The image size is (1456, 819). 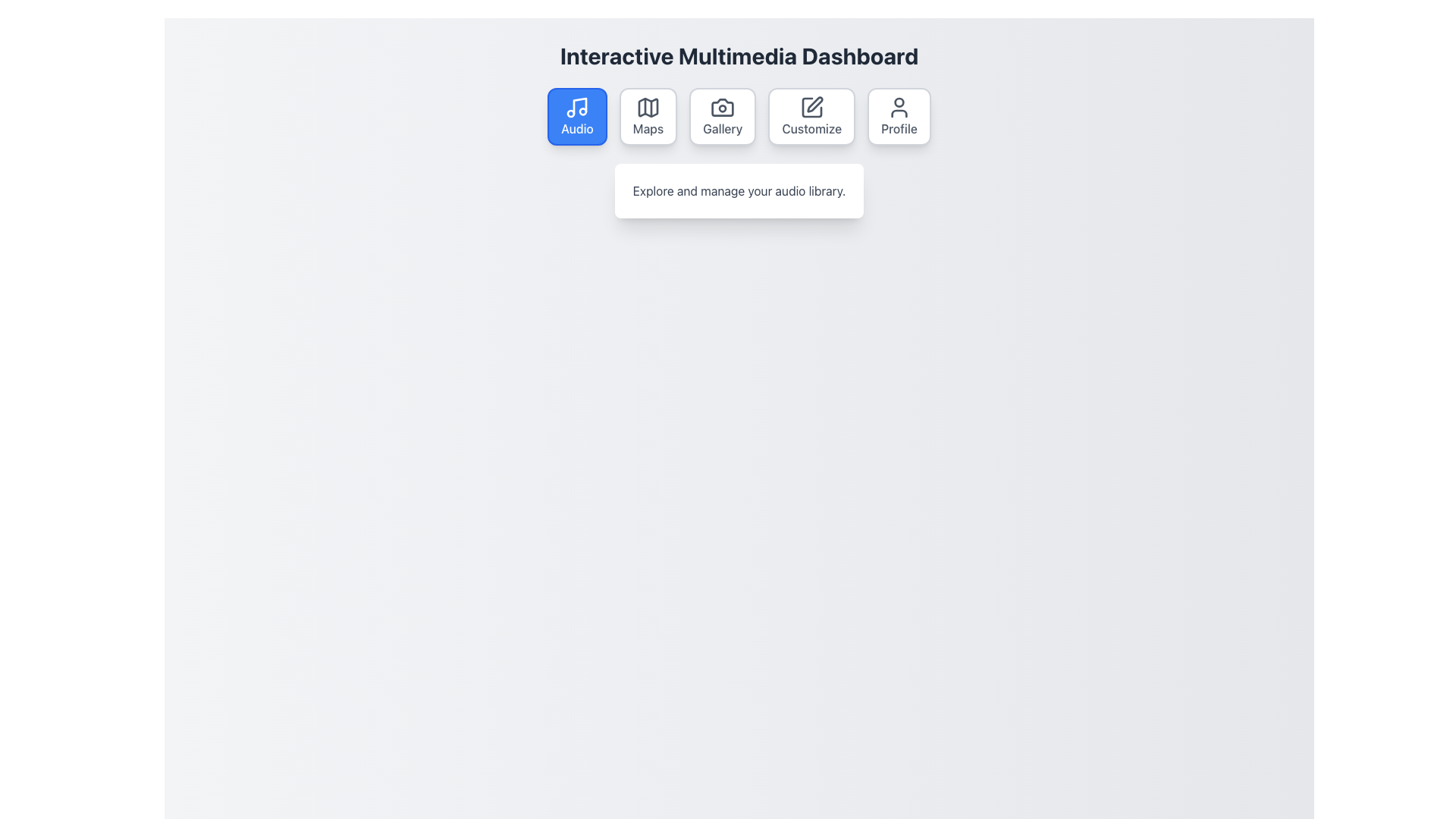 What do you see at coordinates (648, 107) in the screenshot?
I see `the Maps icon, which is the second button from the left in the horizontal arrangement of options, indicating access to map-related features` at bounding box center [648, 107].